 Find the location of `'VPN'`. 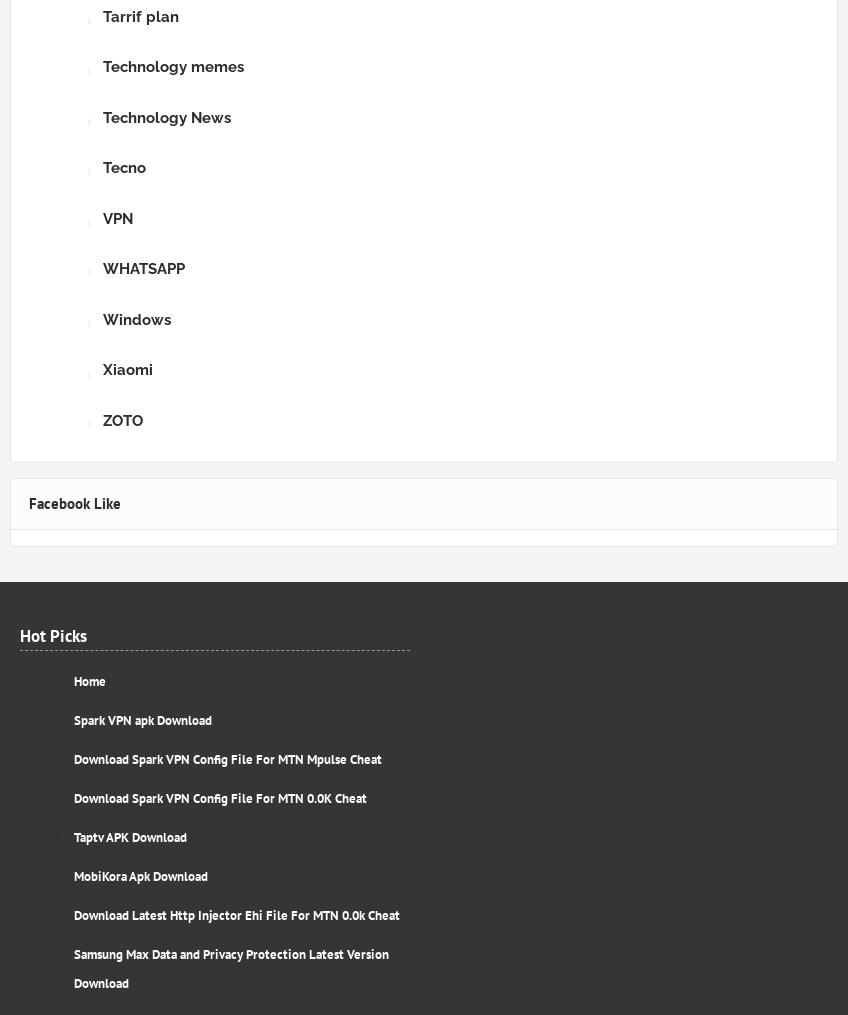

'VPN' is located at coordinates (103, 218).